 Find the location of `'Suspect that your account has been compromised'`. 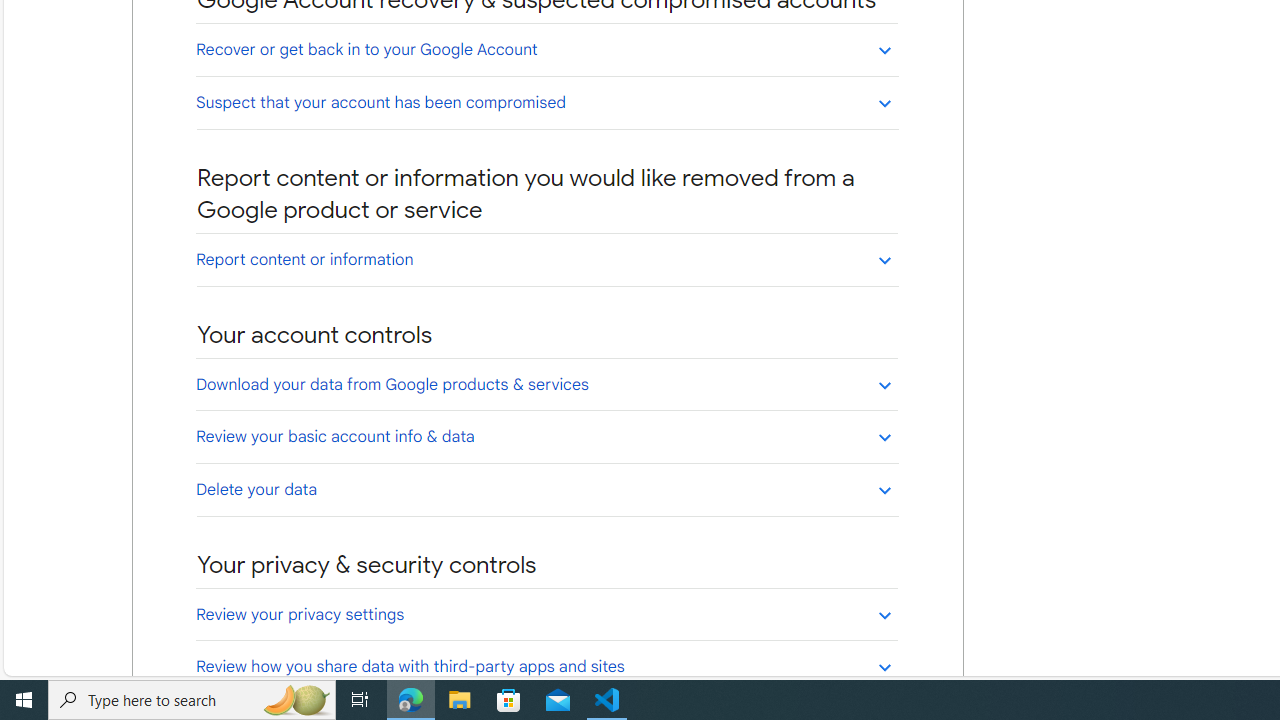

'Suspect that your account has been compromised' is located at coordinates (547, 102).